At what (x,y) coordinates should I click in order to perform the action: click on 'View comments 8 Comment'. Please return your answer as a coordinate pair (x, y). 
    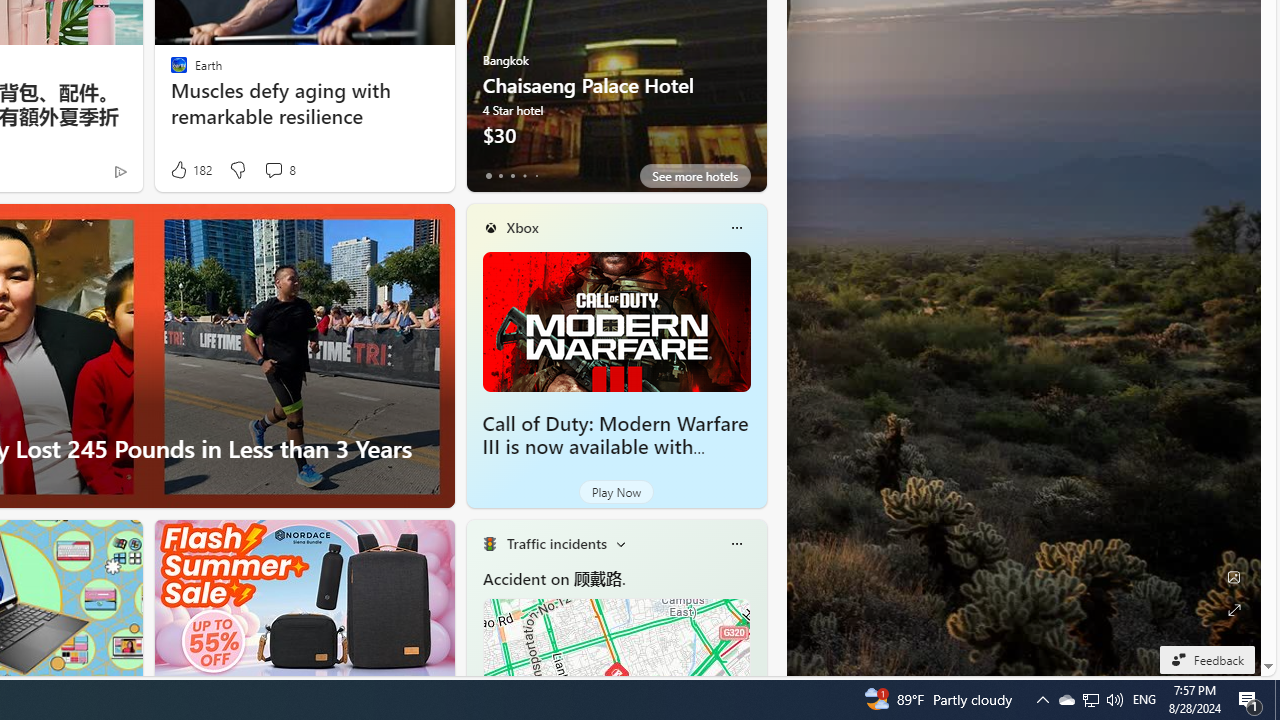
    Looking at the image, I should click on (272, 168).